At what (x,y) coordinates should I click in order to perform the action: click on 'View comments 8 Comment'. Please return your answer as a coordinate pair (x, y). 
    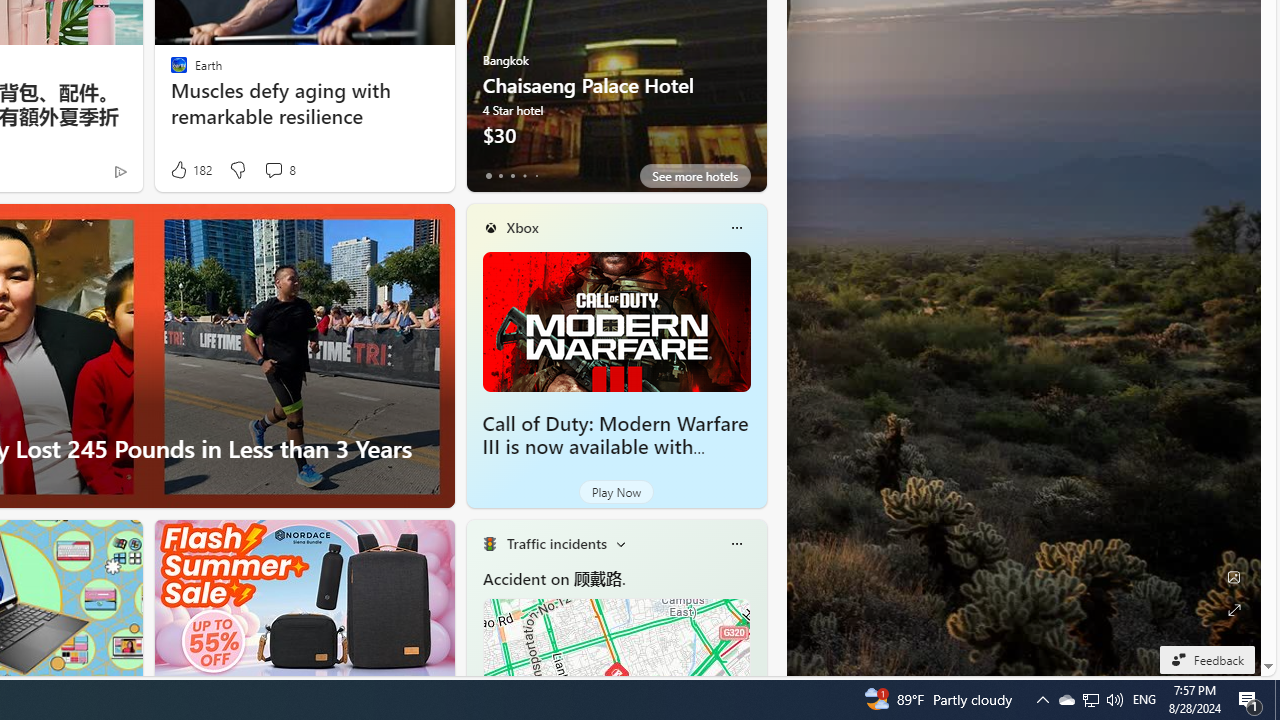
    Looking at the image, I should click on (272, 168).